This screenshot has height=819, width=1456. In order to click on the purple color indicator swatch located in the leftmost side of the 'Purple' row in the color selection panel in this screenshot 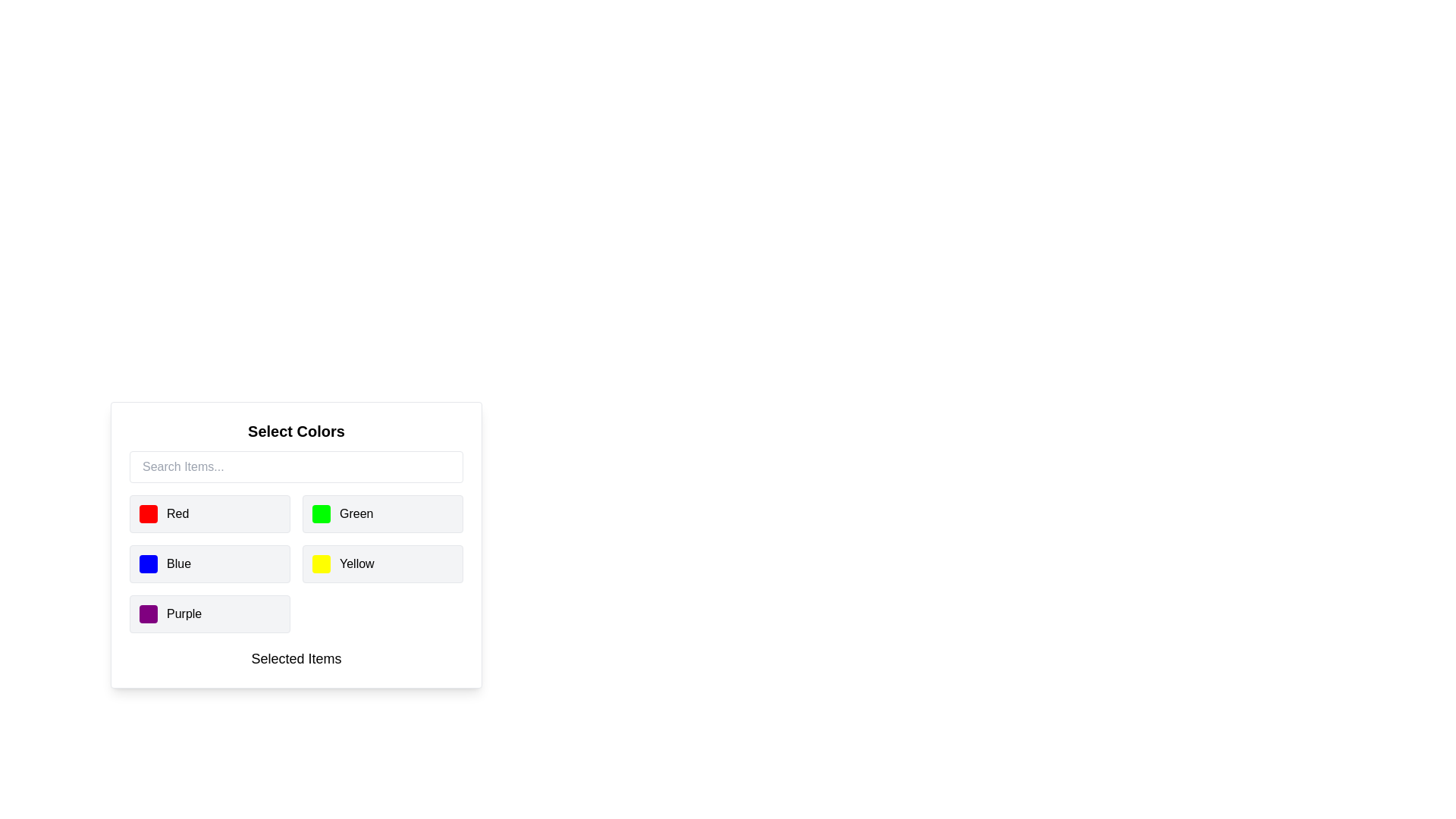, I will do `click(149, 614)`.